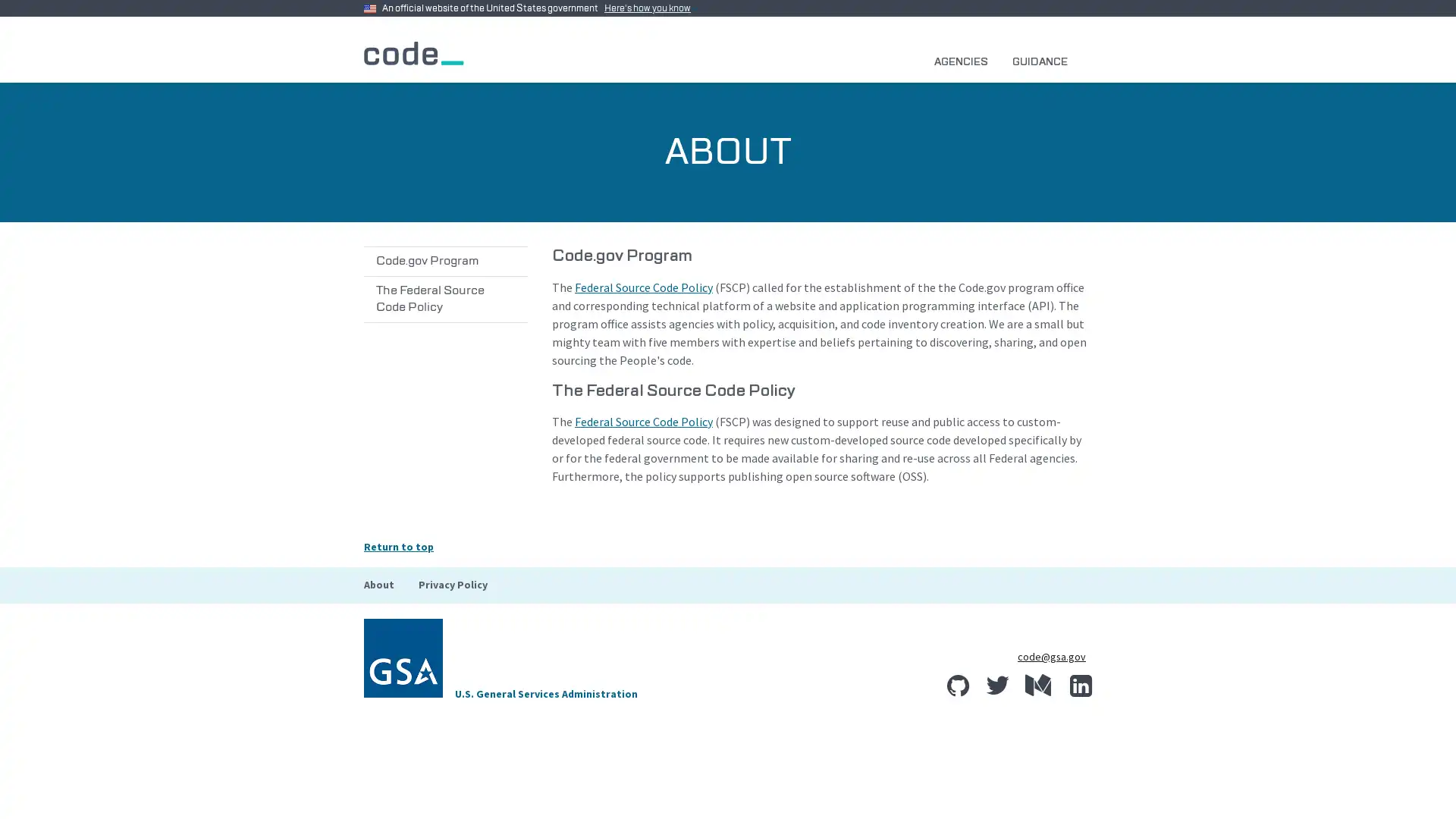 This screenshot has height=819, width=1456. Describe the element at coordinates (1045, 61) in the screenshot. I see `GUIDANCE` at that location.